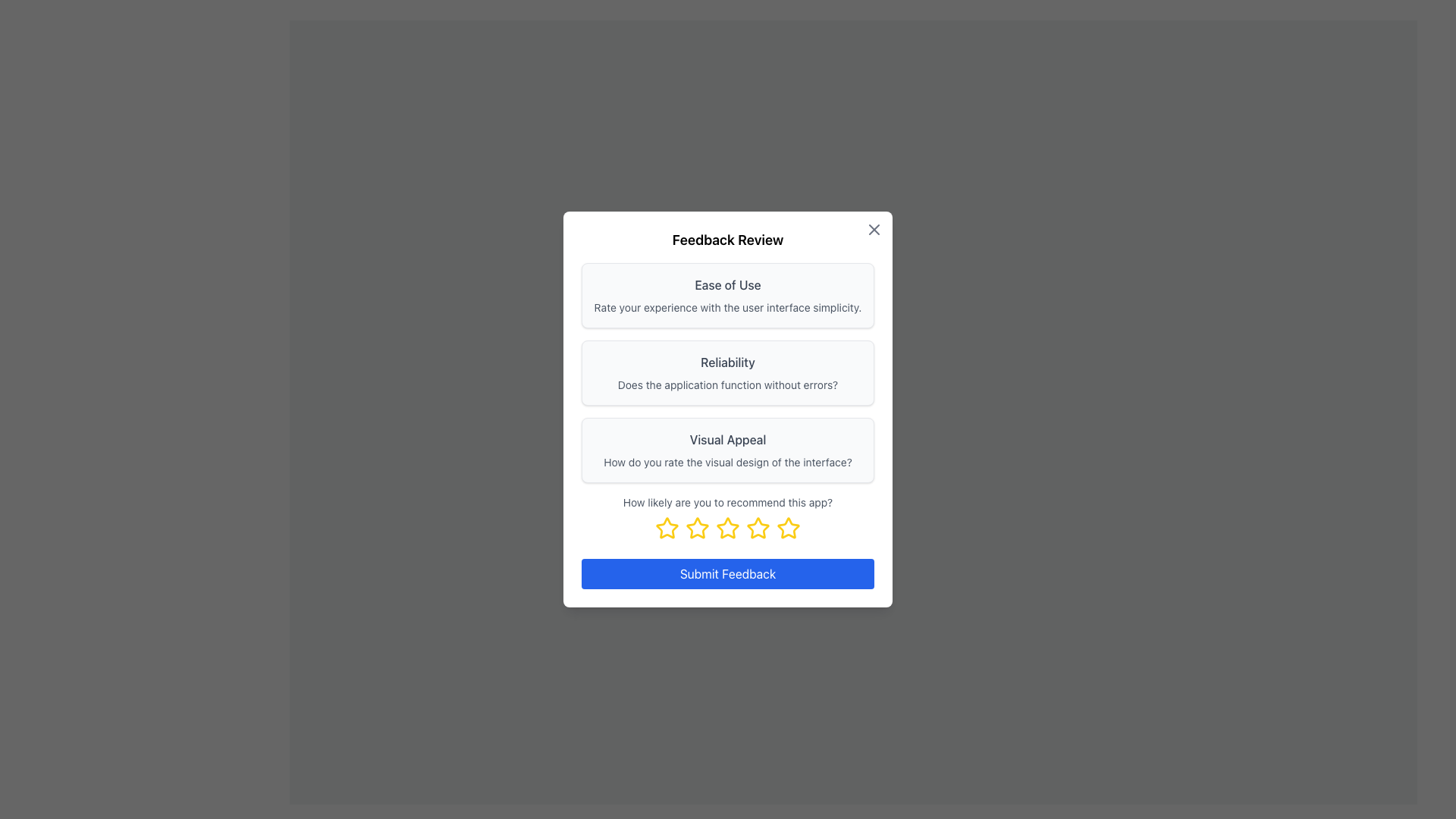 Image resolution: width=1456 pixels, height=819 pixels. I want to click on the text label that serves as a heading for the reliability section of the application, positioned above descriptive text in a bordered and rounded box, so click(728, 362).